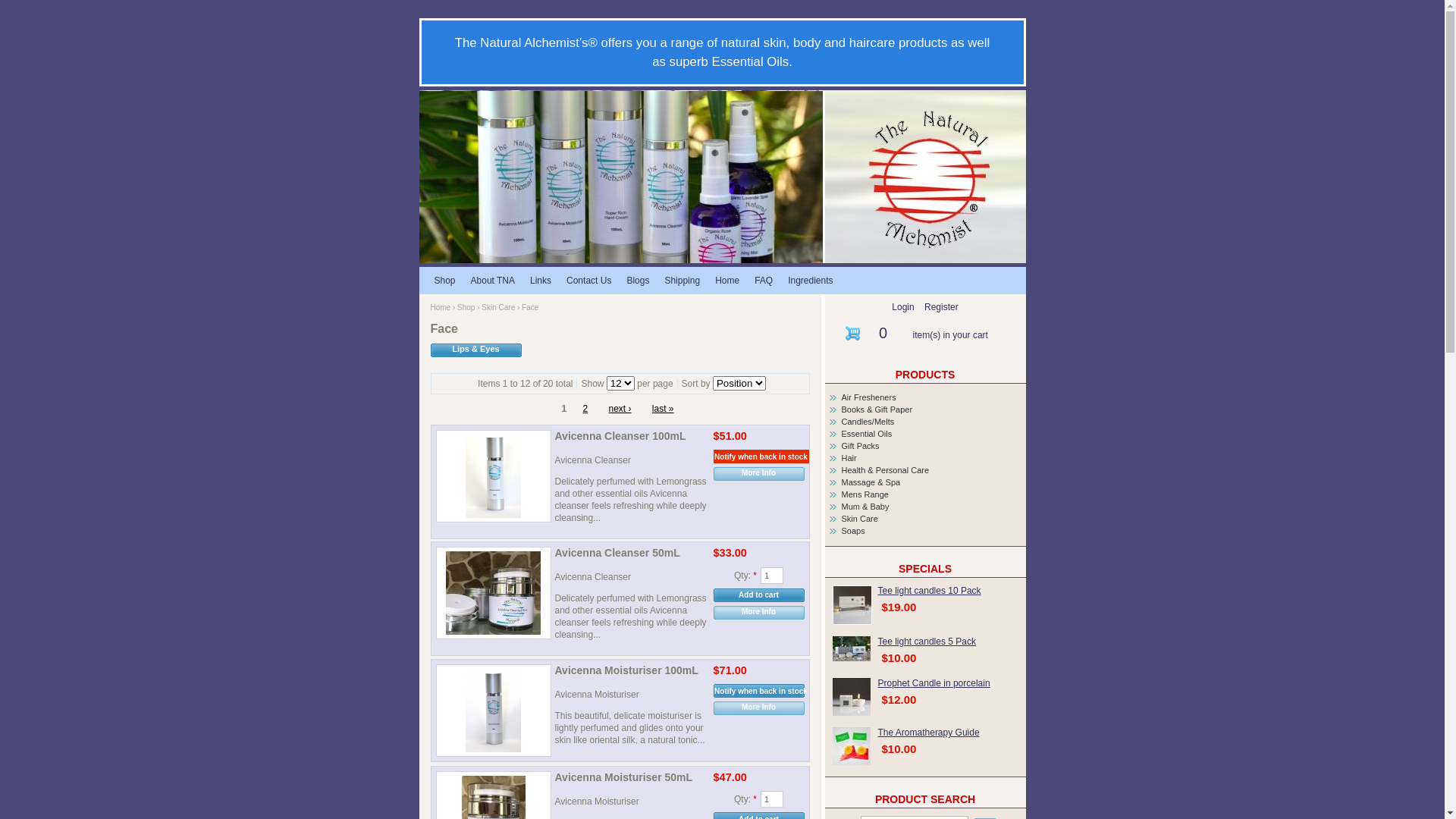  I want to click on 'Notify when back in stock', so click(712, 690).